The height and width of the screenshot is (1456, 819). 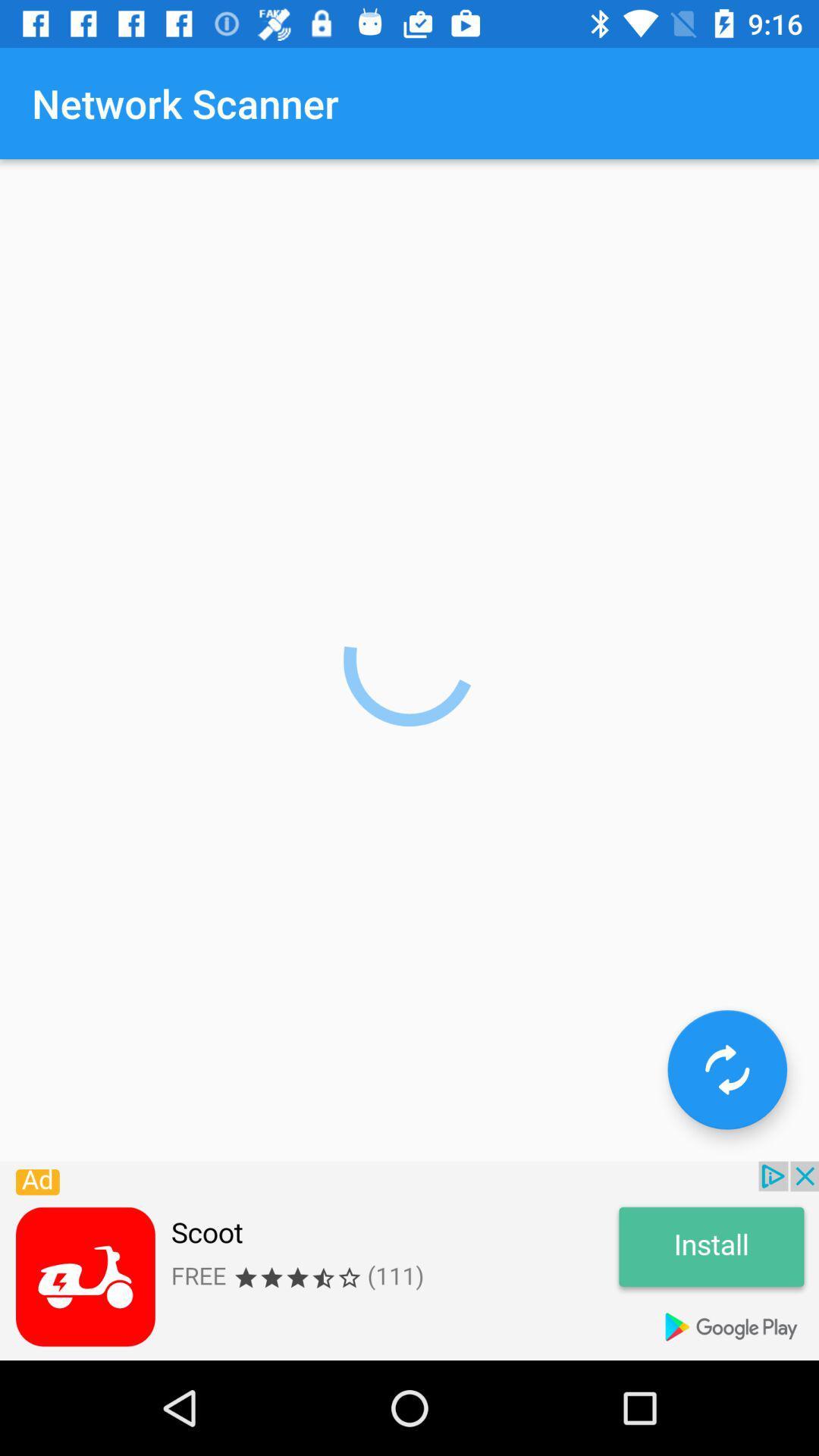 I want to click on refresh, so click(x=726, y=1068).